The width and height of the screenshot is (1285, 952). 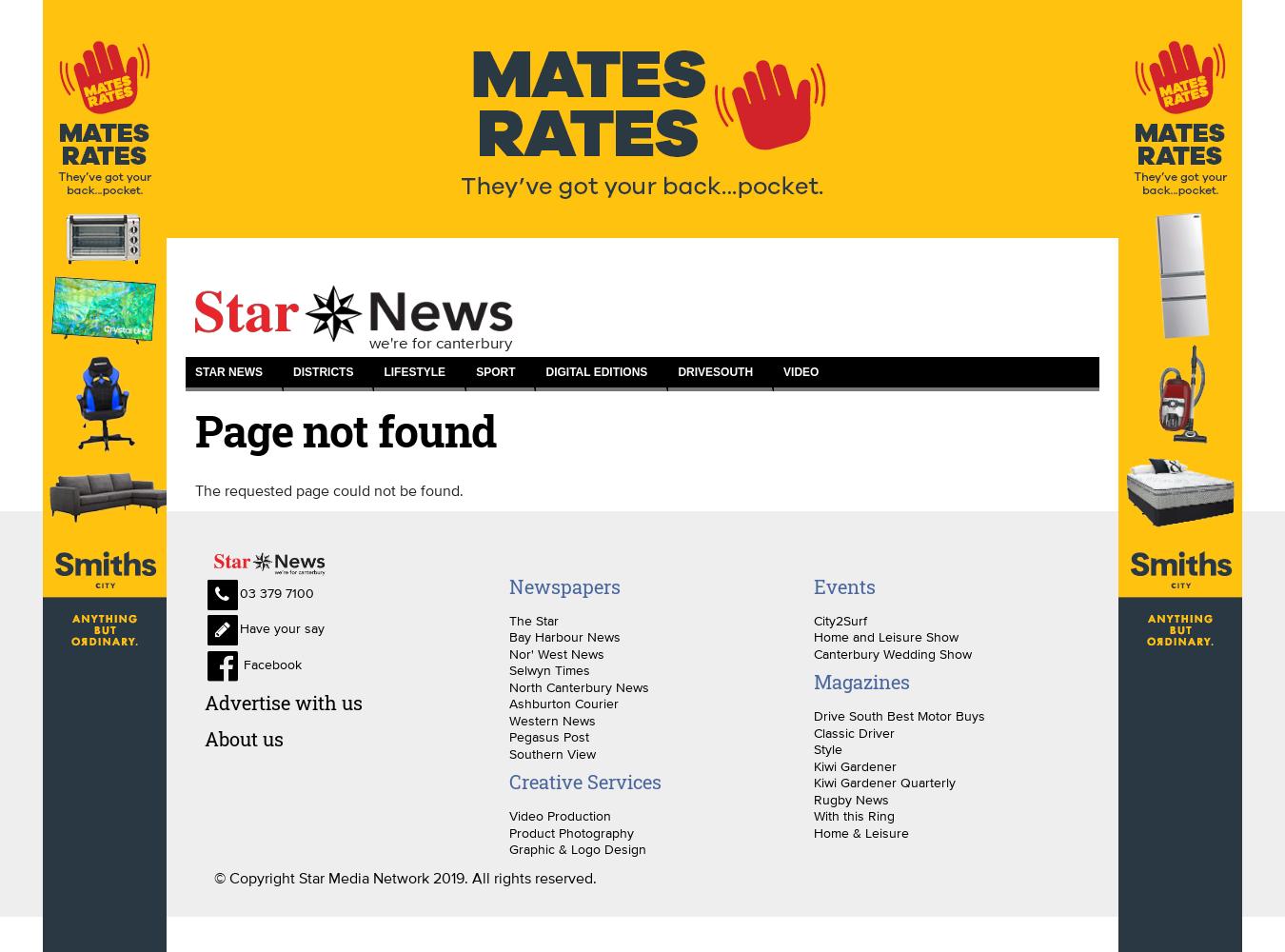 What do you see at coordinates (282, 701) in the screenshot?
I see `'Advertise with us'` at bounding box center [282, 701].